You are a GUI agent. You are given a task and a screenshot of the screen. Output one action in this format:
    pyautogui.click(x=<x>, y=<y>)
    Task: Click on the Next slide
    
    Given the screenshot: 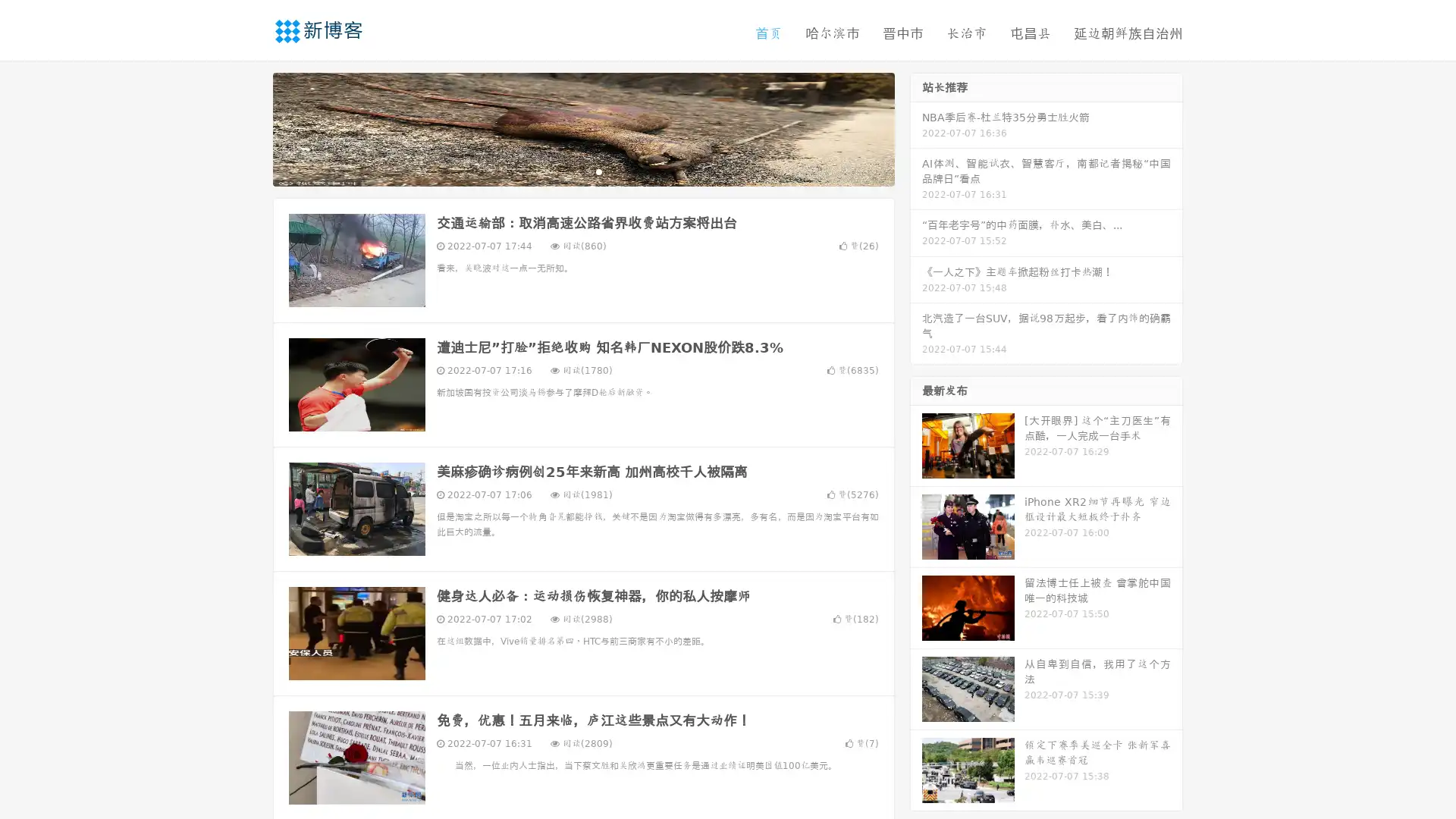 What is the action you would take?
    pyautogui.click(x=916, y=127)
    